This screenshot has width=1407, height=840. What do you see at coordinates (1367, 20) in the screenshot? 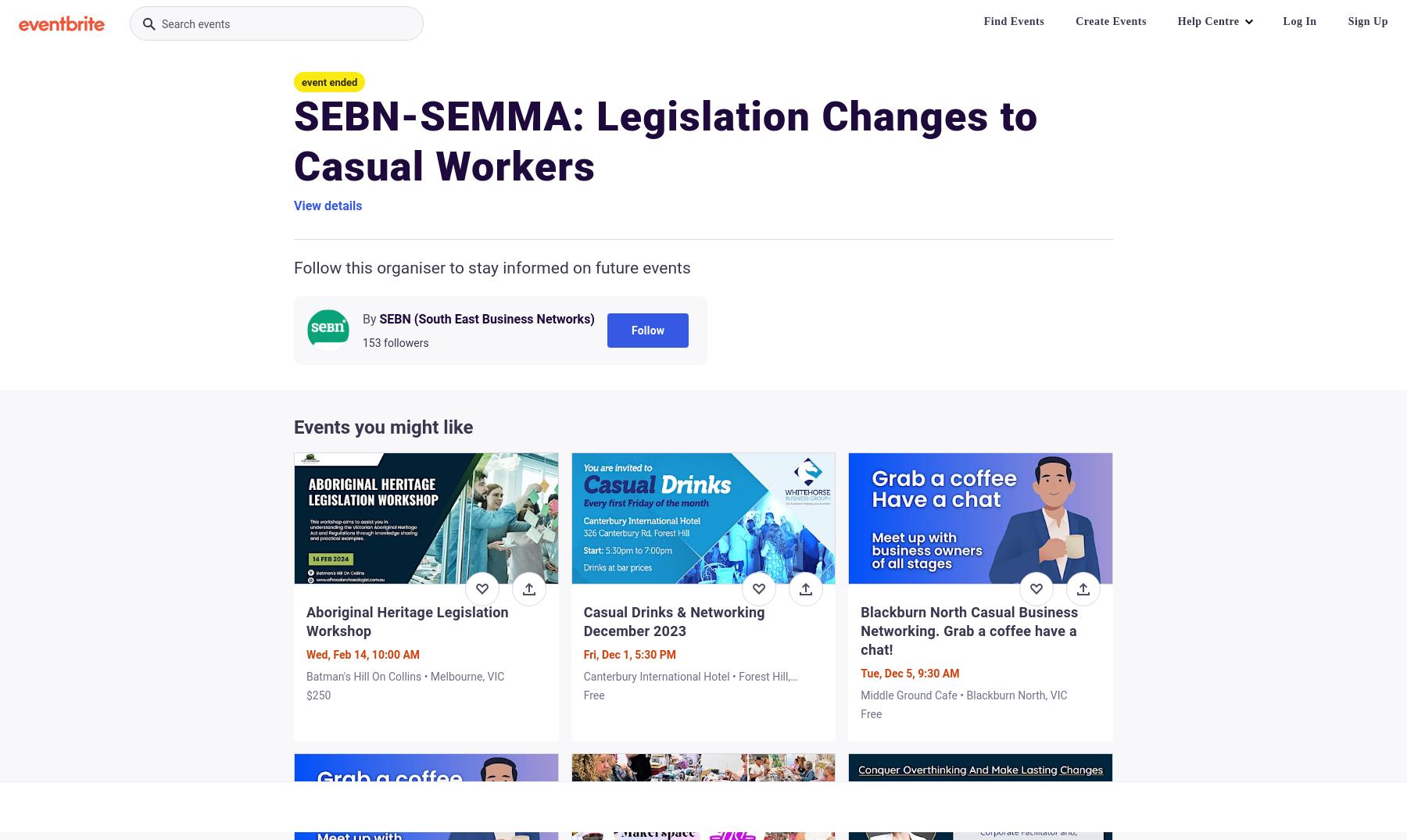
I see `'Sign Up'` at bounding box center [1367, 20].